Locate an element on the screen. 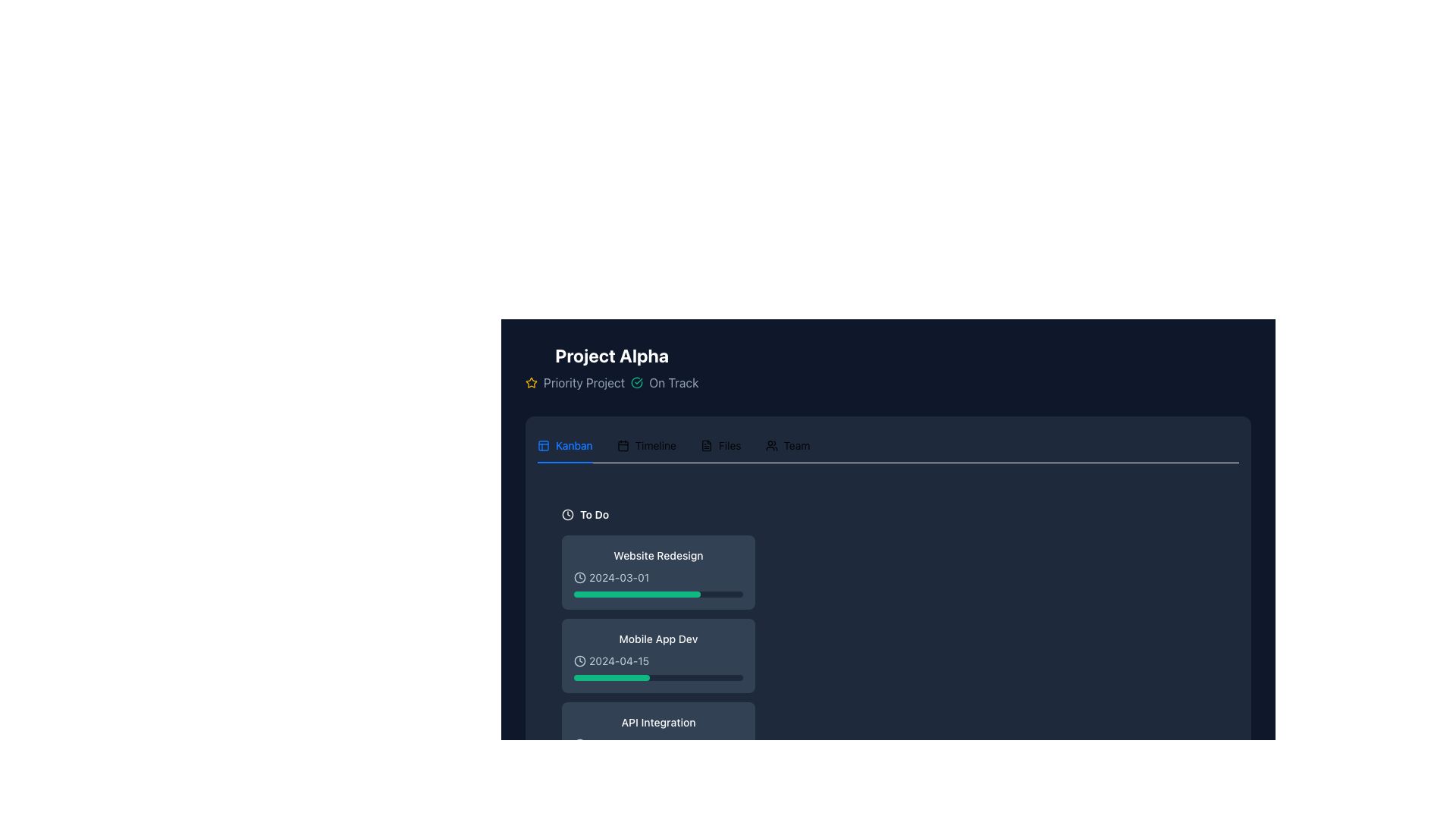  the 'Team' tab, which is the fourth tab from the left in the tab bar is located at coordinates (787, 444).